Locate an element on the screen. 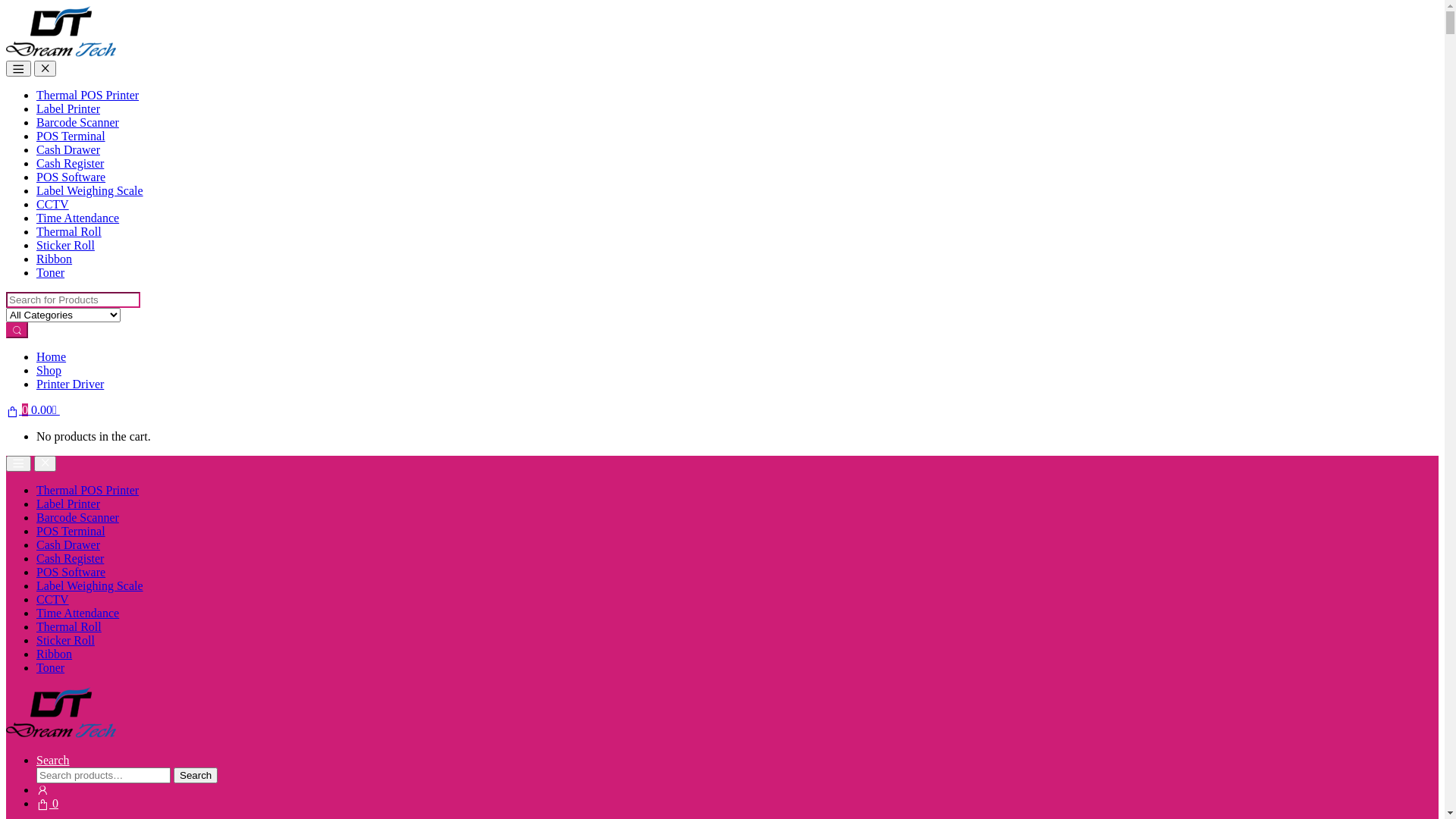 This screenshot has width=1456, height=819. 'Barcode Scanner' is located at coordinates (77, 516).